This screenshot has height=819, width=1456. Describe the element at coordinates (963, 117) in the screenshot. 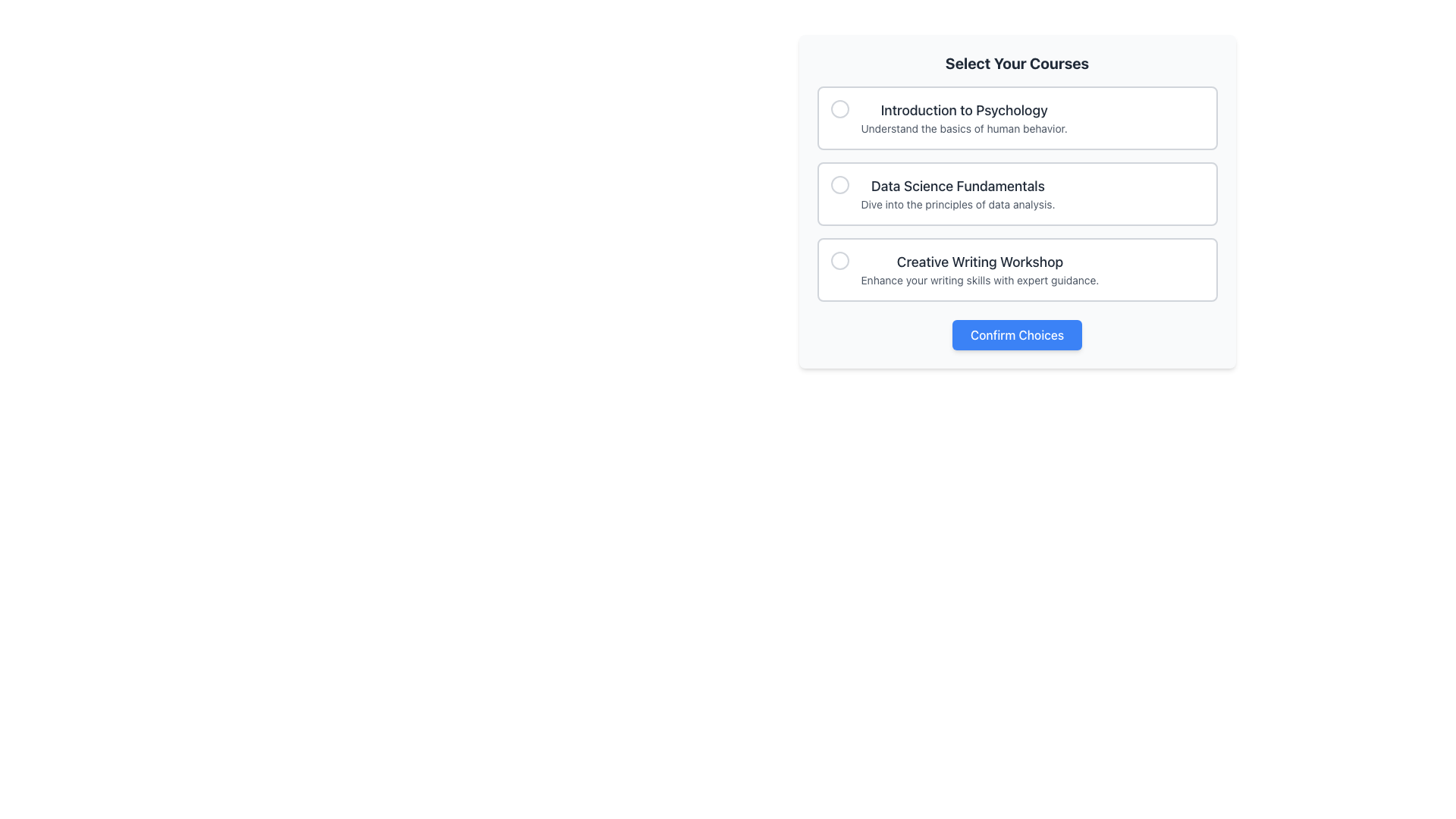

I see `text block labeled 'Introduction to Psychology' which is the first option in the 'Select Your Courses' interface, situated beneath a circular selection button` at that location.